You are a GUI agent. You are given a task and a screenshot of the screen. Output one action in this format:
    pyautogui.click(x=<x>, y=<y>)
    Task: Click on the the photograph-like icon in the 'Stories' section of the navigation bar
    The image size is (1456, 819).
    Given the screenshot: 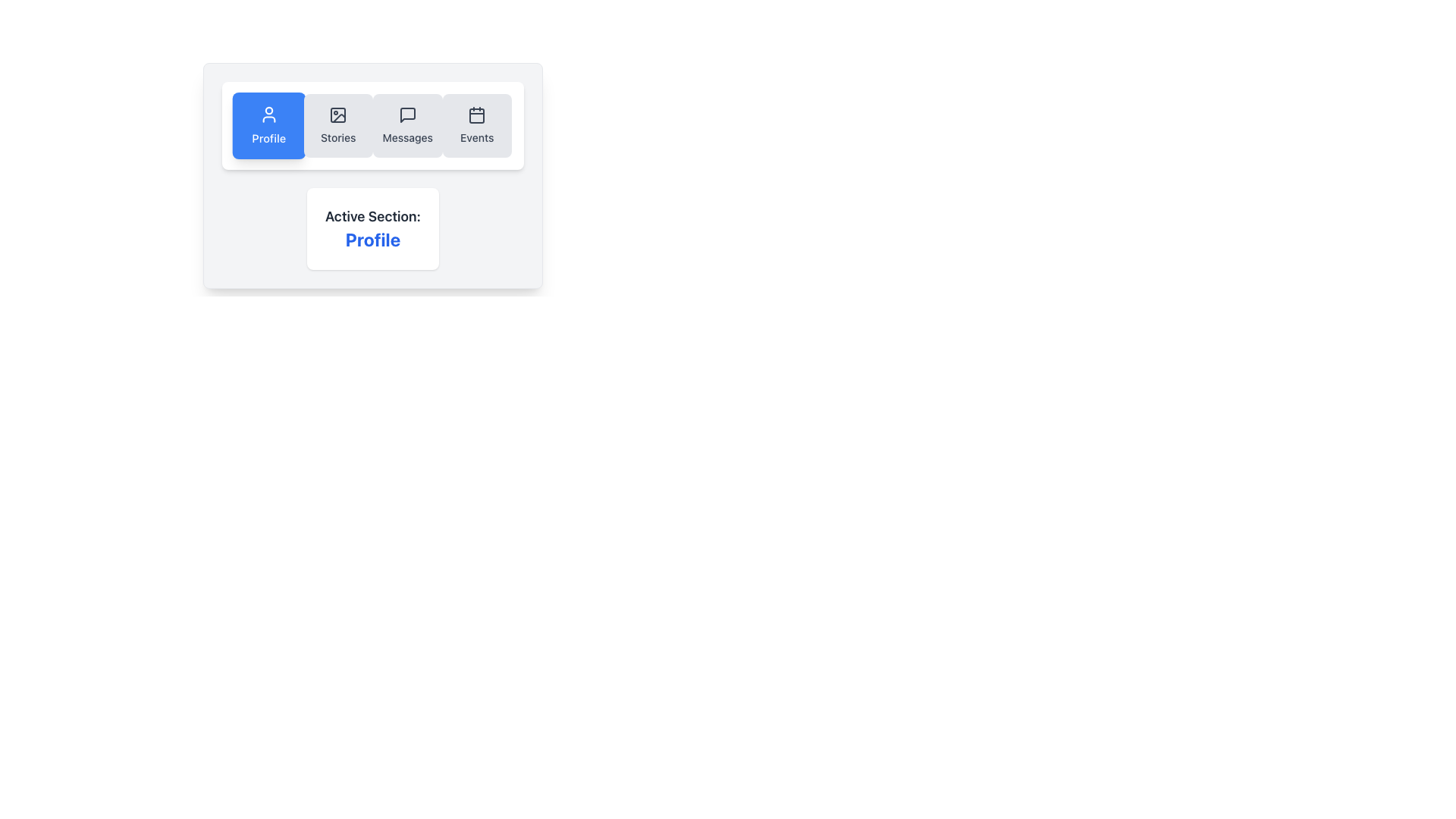 What is the action you would take?
    pyautogui.click(x=337, y=114)
    